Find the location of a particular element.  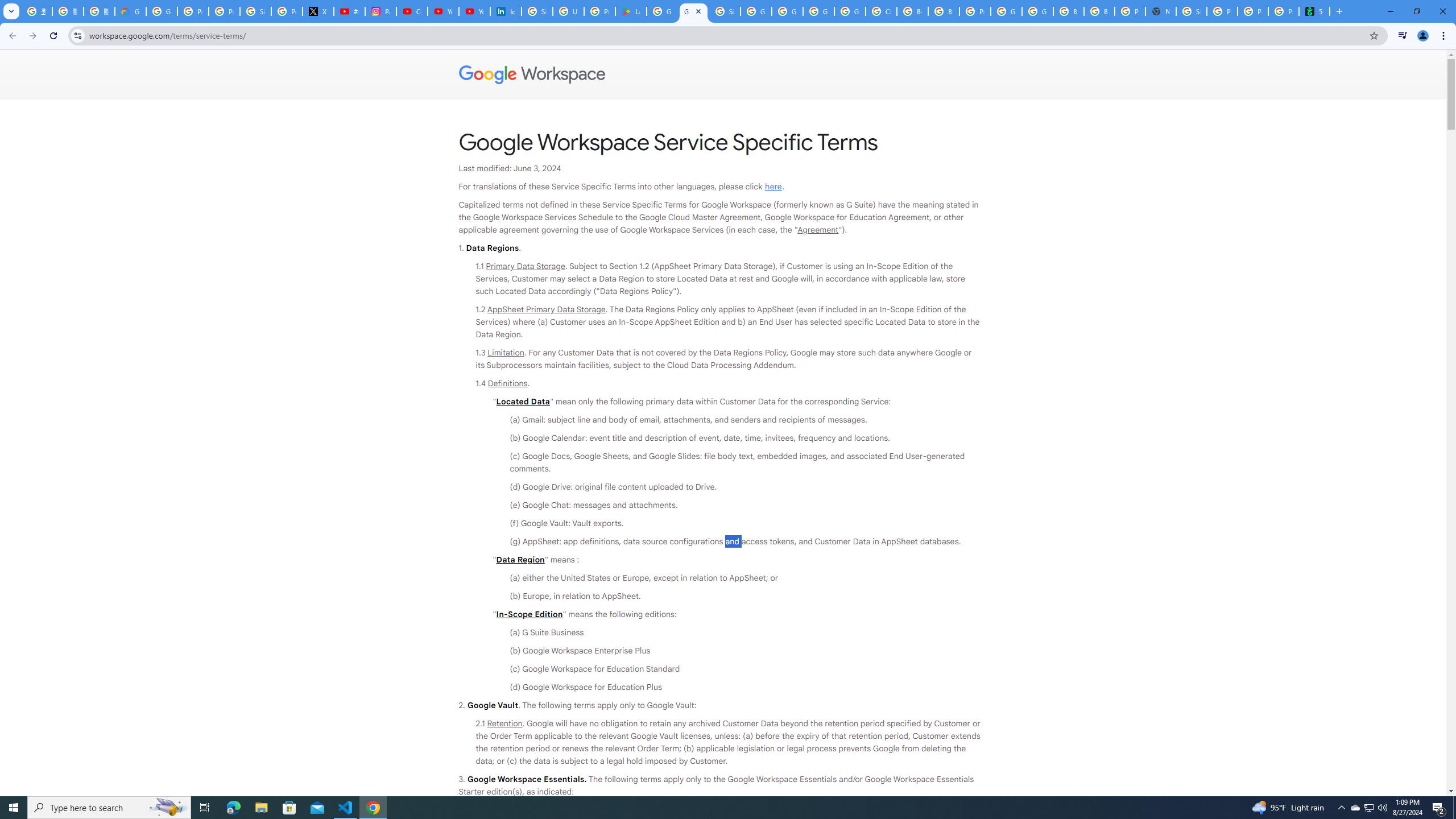

'Identity verification via Persona | LinkedIn Help' is located at coordinates (505, 11).